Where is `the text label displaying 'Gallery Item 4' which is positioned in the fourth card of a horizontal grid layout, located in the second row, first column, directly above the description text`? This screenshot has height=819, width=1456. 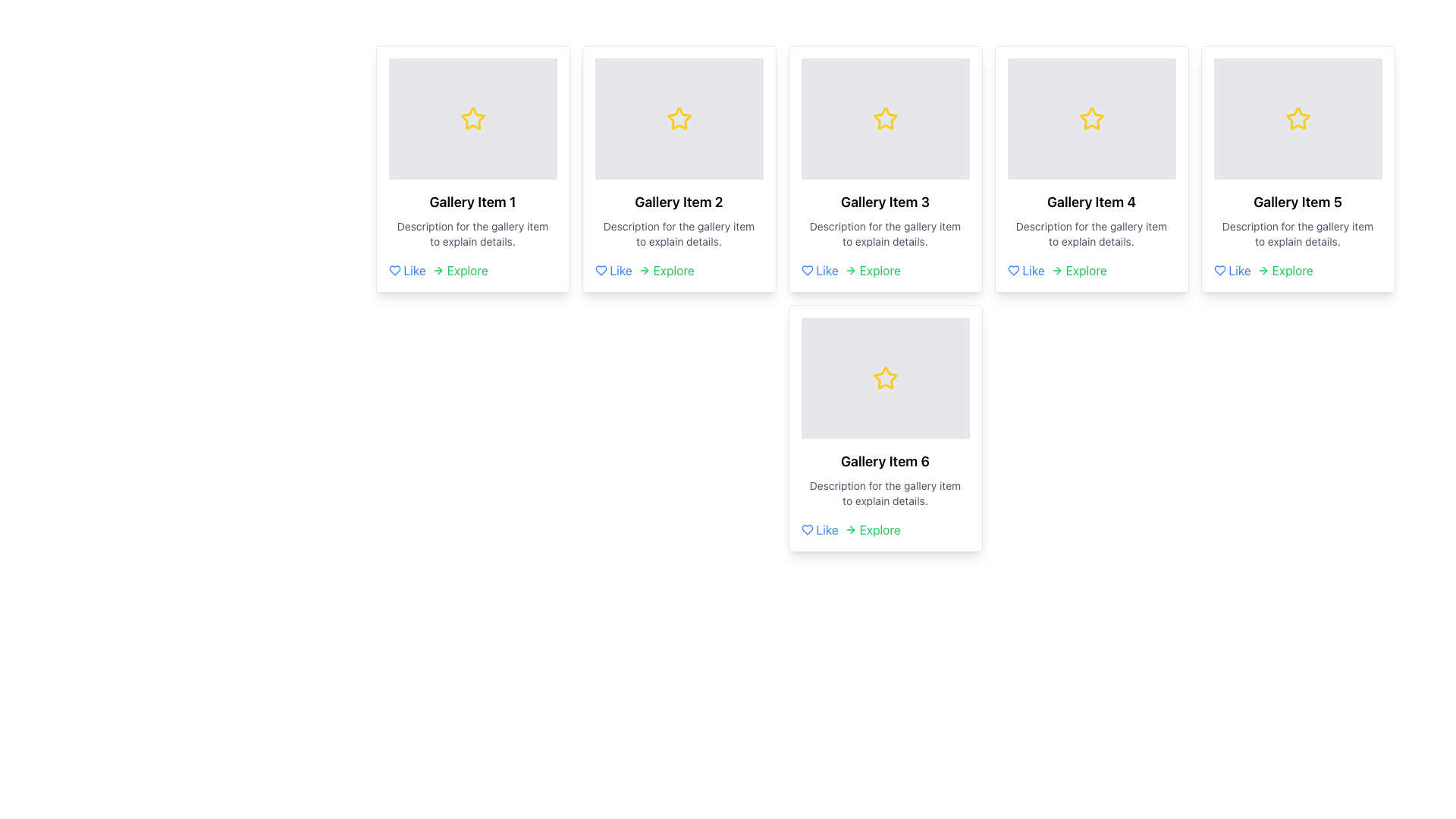 the text label displaying 'Gallery Item 4' which is positioned in the fourth card of a horizontal grid layout, located in the second row, first column, directly above the description text is located at coordinates (1090, 201).